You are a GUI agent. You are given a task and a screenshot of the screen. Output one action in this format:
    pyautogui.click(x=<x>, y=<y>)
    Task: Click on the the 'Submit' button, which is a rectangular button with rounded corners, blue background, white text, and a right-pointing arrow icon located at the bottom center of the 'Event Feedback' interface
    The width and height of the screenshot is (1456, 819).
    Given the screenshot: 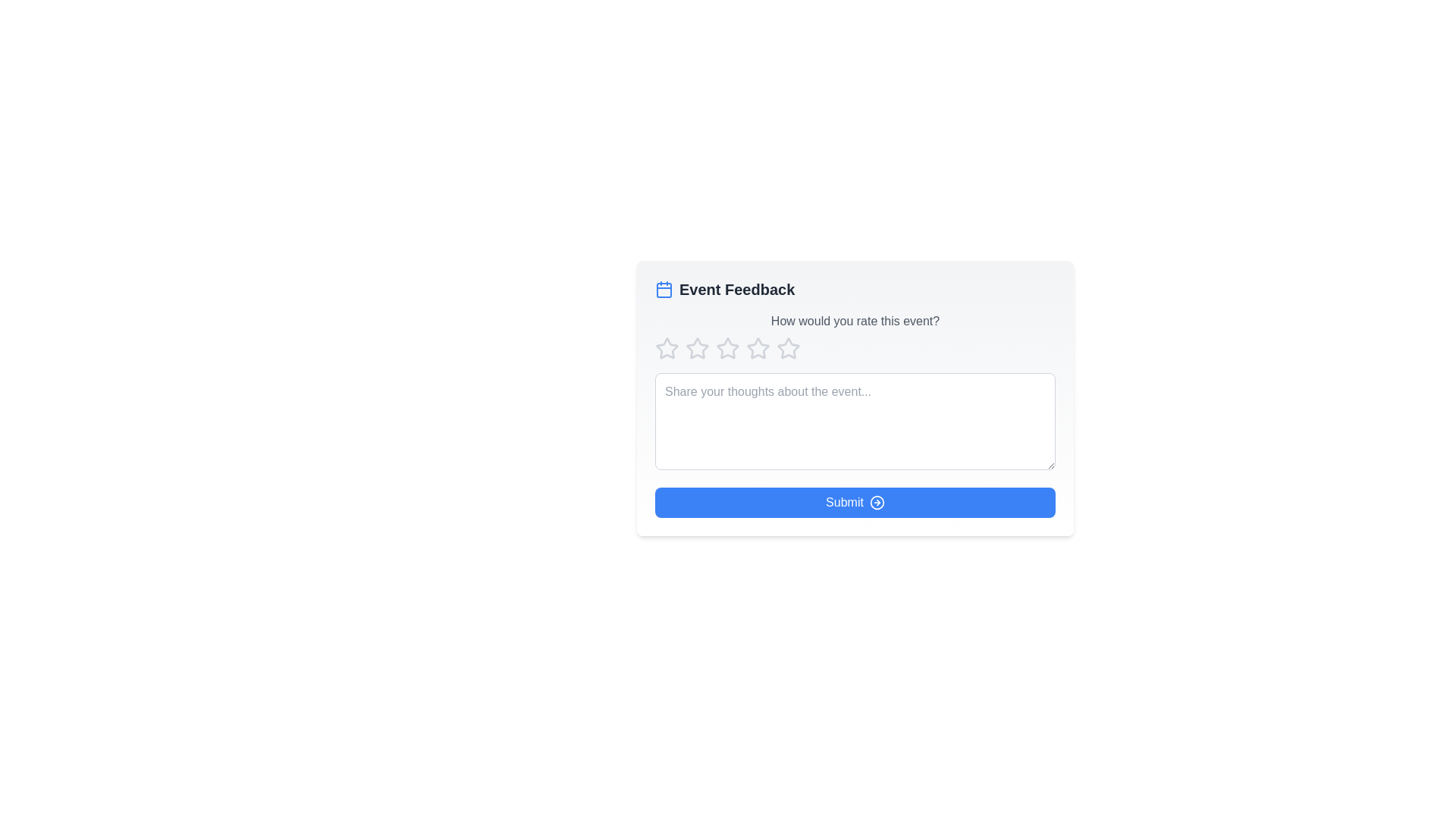 What is the action you would take?
    pyautogui.click(x=855, y=503)
    